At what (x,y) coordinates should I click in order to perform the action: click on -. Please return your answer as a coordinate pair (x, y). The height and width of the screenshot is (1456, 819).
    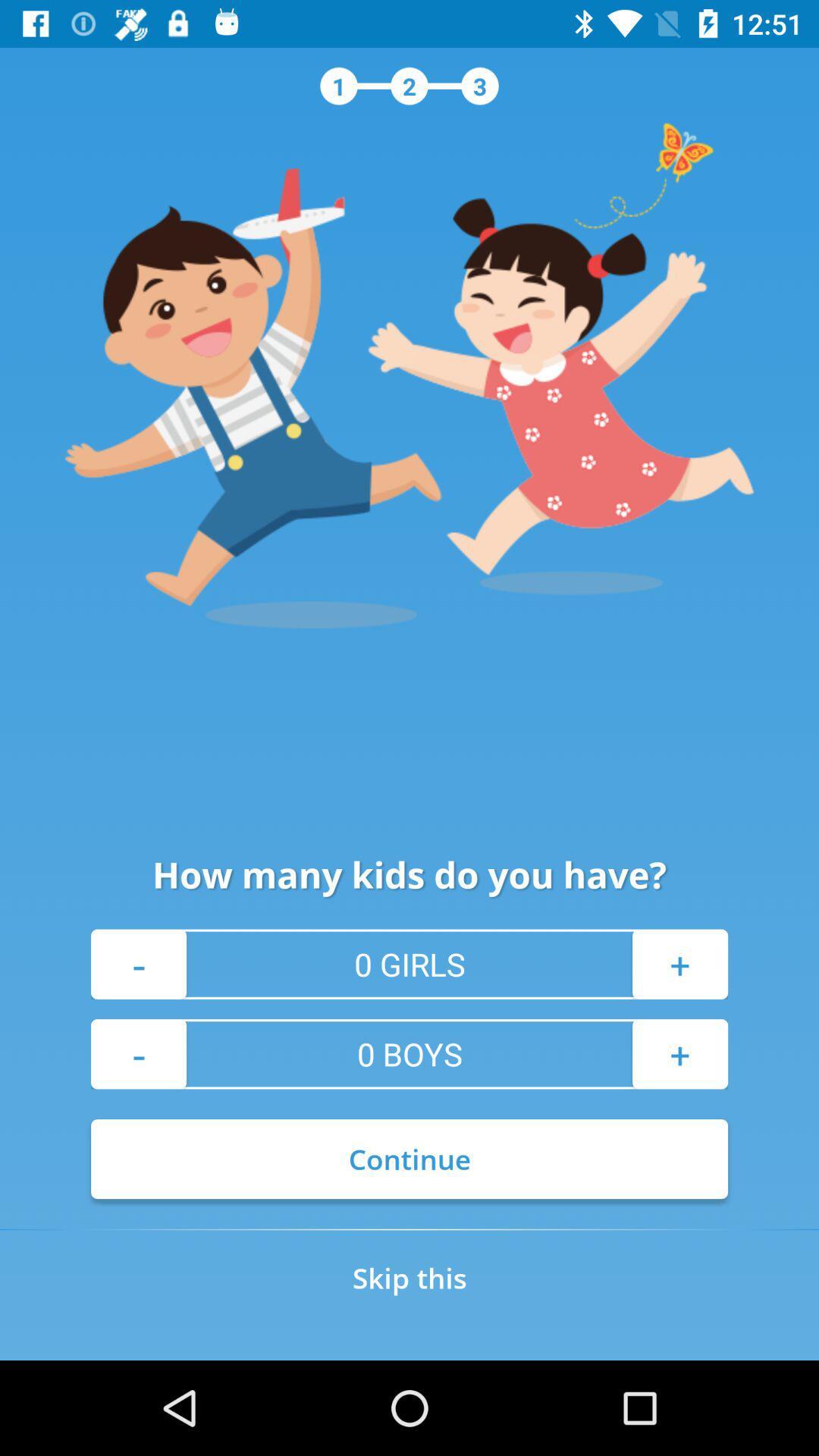
    Looking at the image, I should click on (138, 1053).